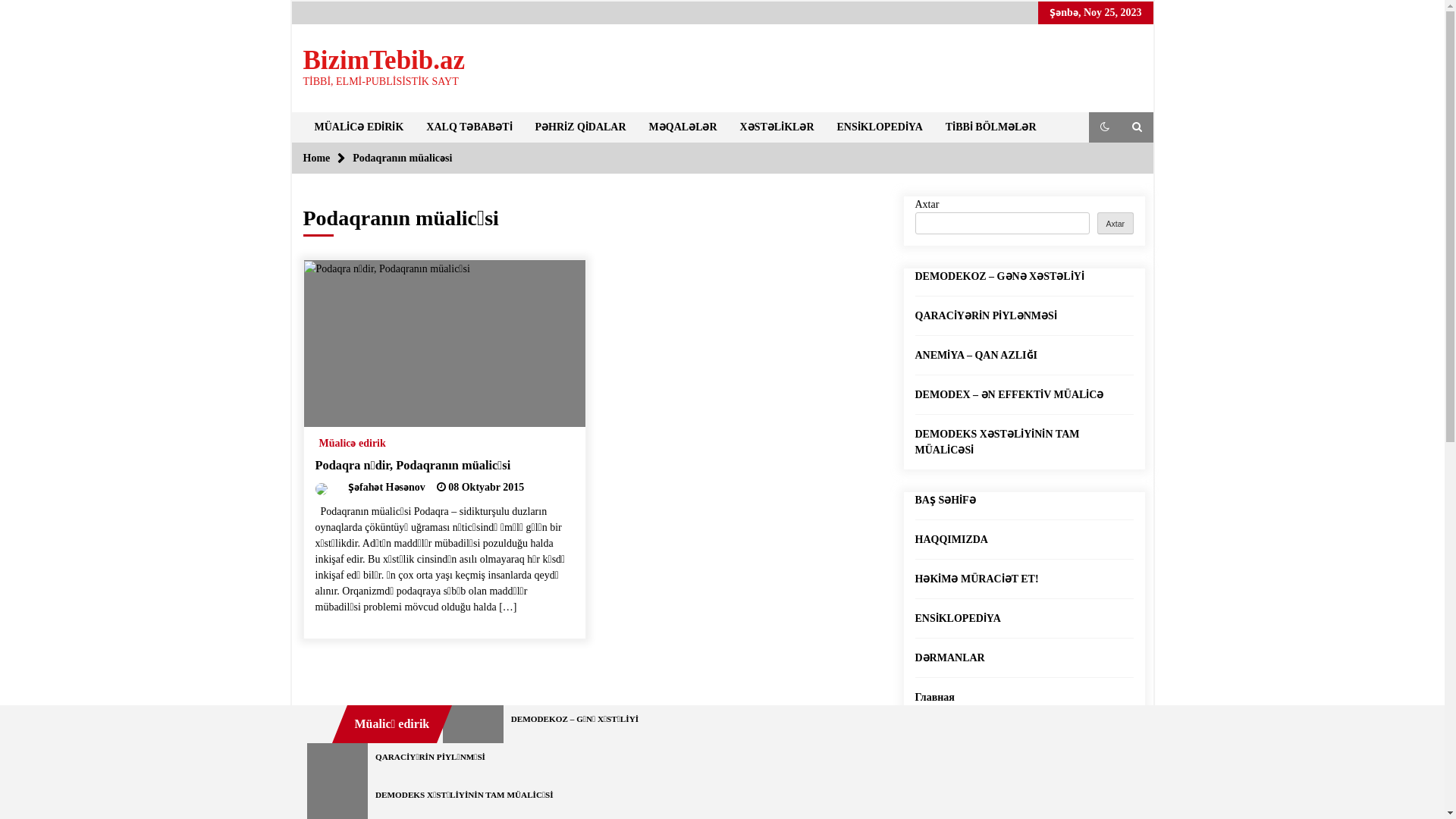 Image resolution: width=1456 pixels, height=819 pixels. Describe the element at coordinates (303, 158) in the screenshot. I see `'Home'` at that location.